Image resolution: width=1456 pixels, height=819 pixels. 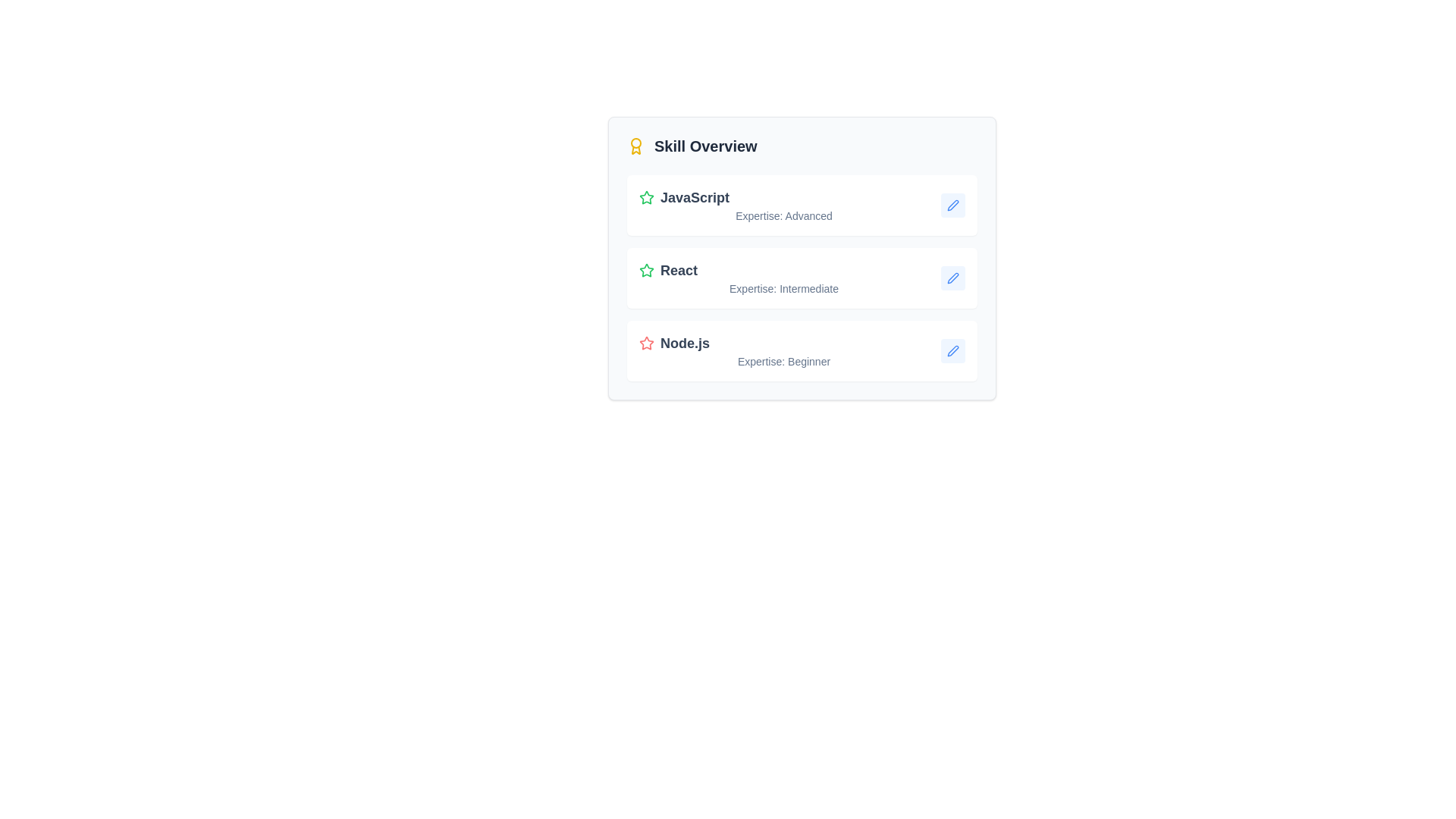 I want to click on the pen-shaped icon within the edit button on the card labeled 'JavaScript', so click(x=952, y=205).